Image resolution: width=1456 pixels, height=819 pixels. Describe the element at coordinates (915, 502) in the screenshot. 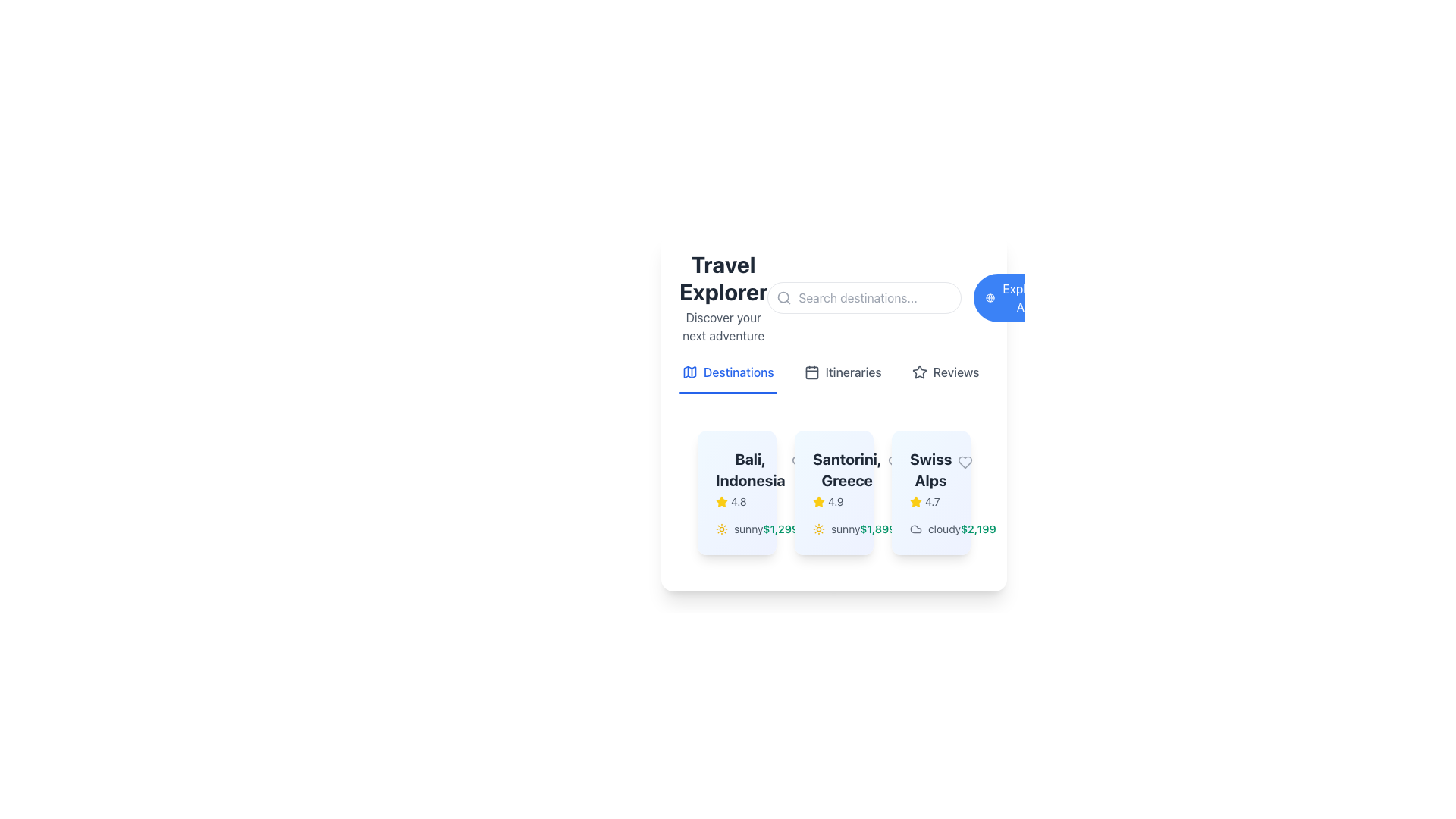

I see `the star rating icon that visually represents a high rating of 4.7, located in the middle card titled 'Swiss Alps'` at that location.